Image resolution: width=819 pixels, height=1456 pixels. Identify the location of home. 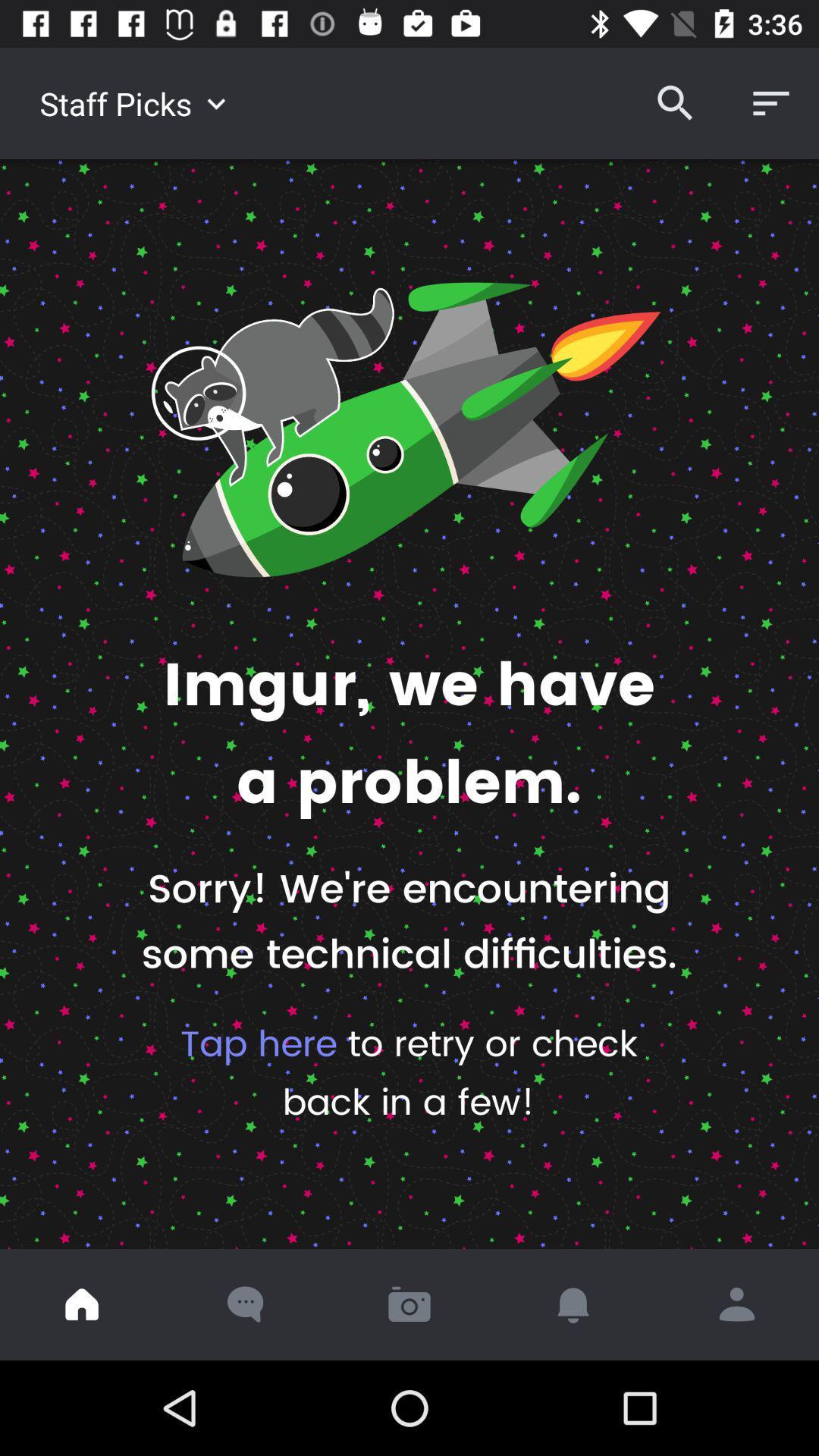
(82, 1304).